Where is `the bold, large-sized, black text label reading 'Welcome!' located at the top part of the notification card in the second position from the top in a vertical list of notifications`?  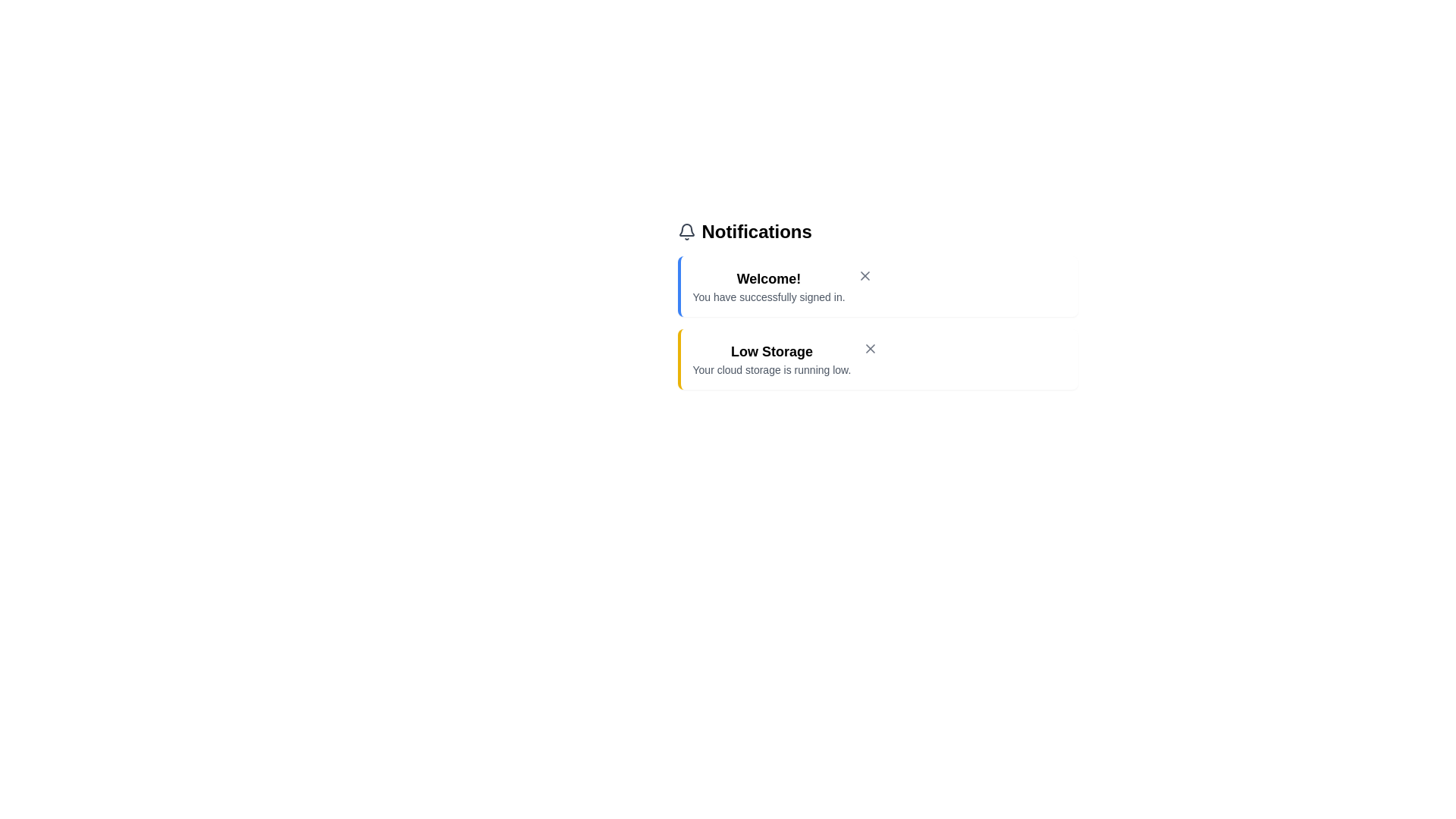
the bold, large-sized, black text label reading 'Welcome!' located at the top part of the notification card in the second position from the top in a vertical list of notifications is located at coordinates (768, 278).